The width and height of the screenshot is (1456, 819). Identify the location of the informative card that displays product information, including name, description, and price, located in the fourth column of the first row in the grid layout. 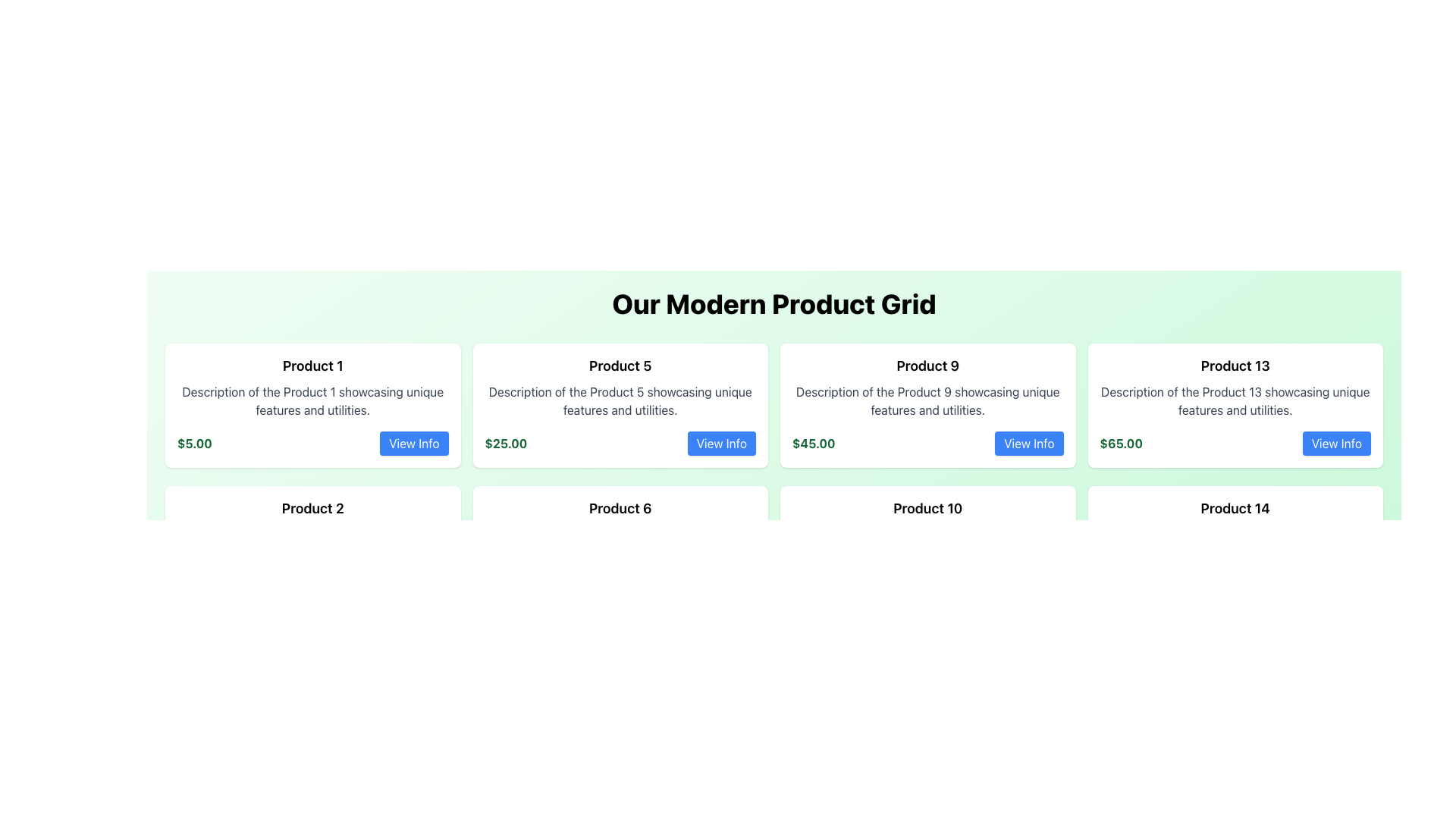
(1235, 405).